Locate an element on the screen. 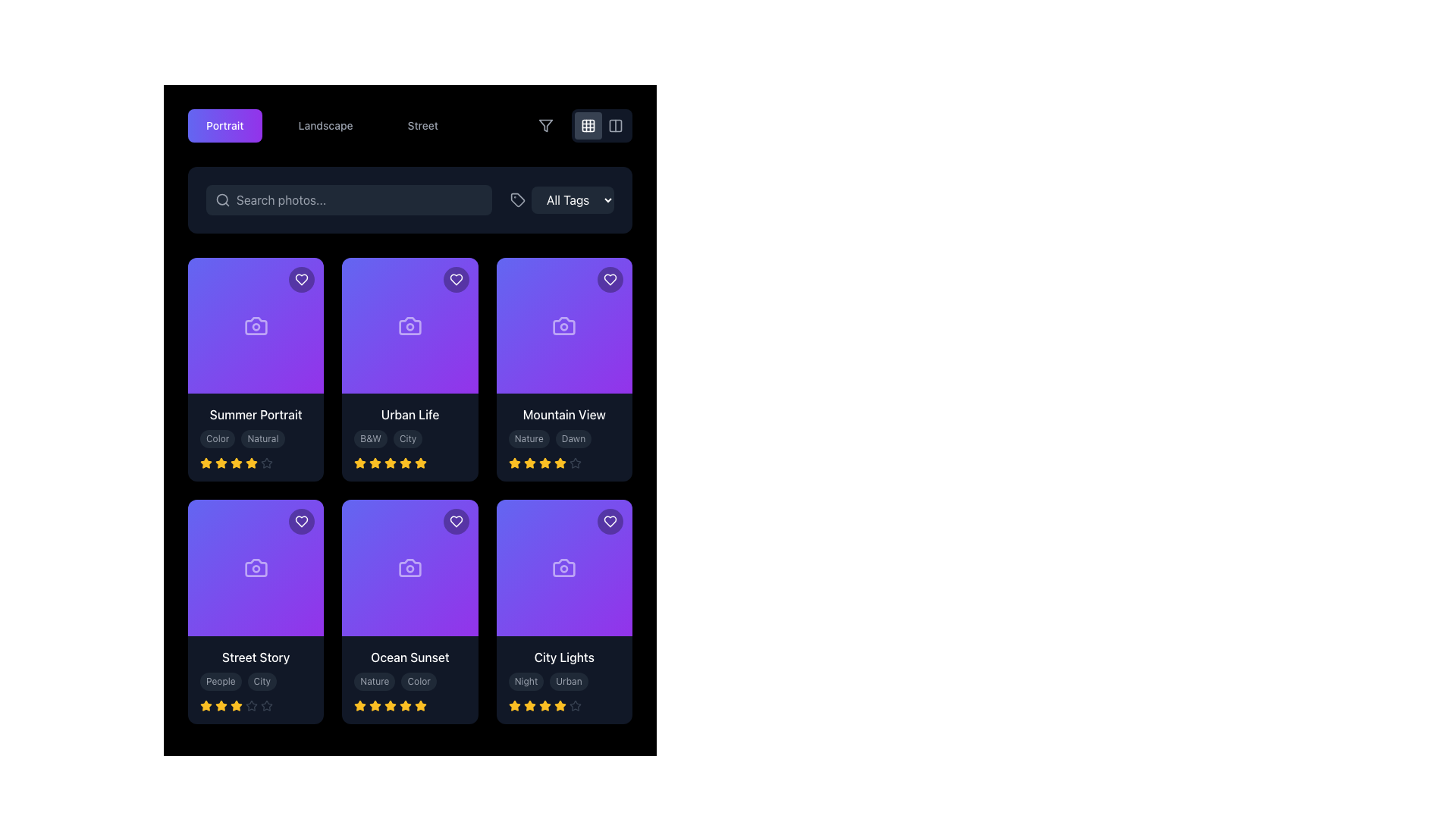  the fifth amber star icon in the rating system of the 'City Lights' card is located at coordinates (559, 705).